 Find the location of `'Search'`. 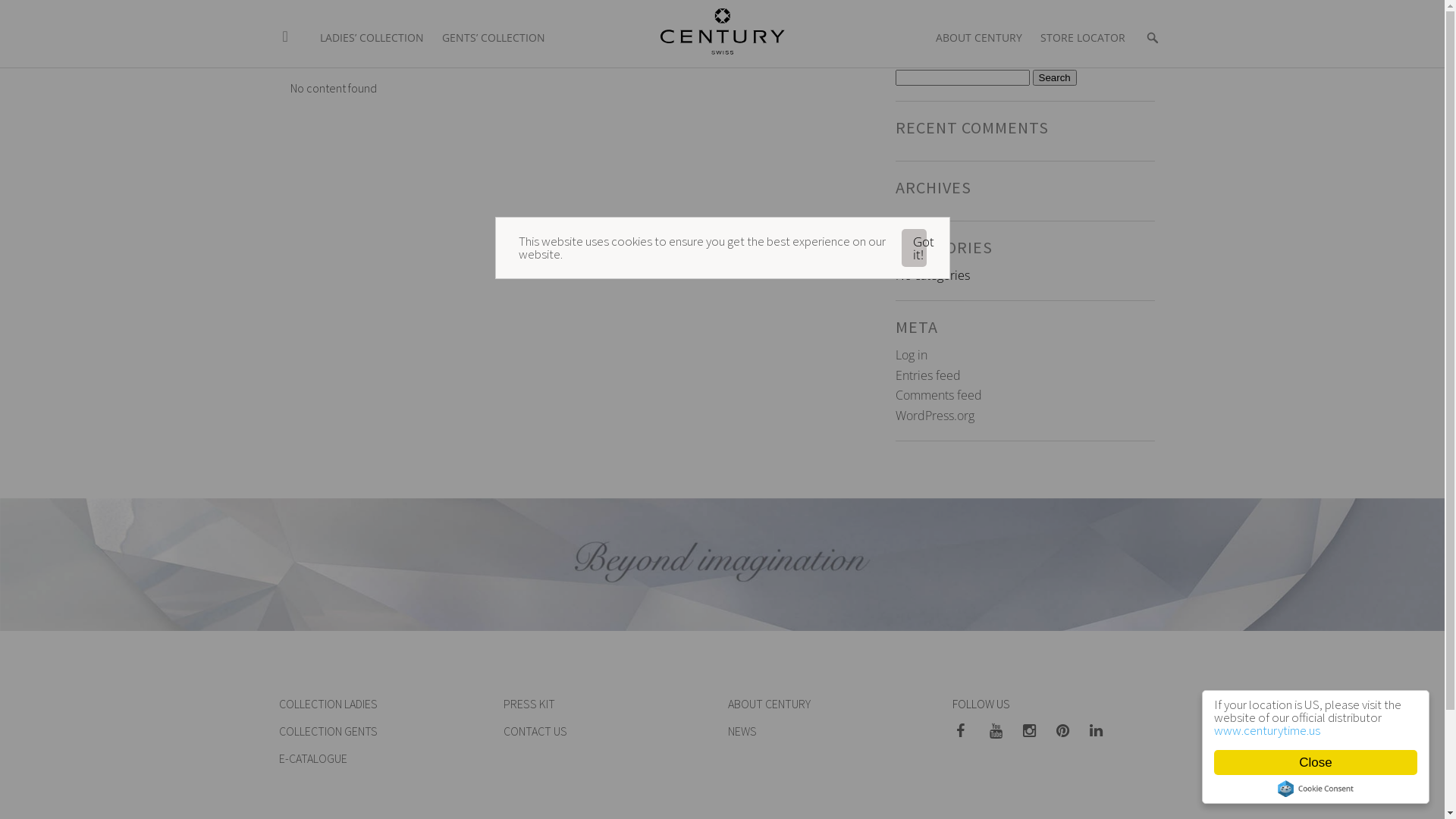

'Search' is located at coordinates (1054, 77).